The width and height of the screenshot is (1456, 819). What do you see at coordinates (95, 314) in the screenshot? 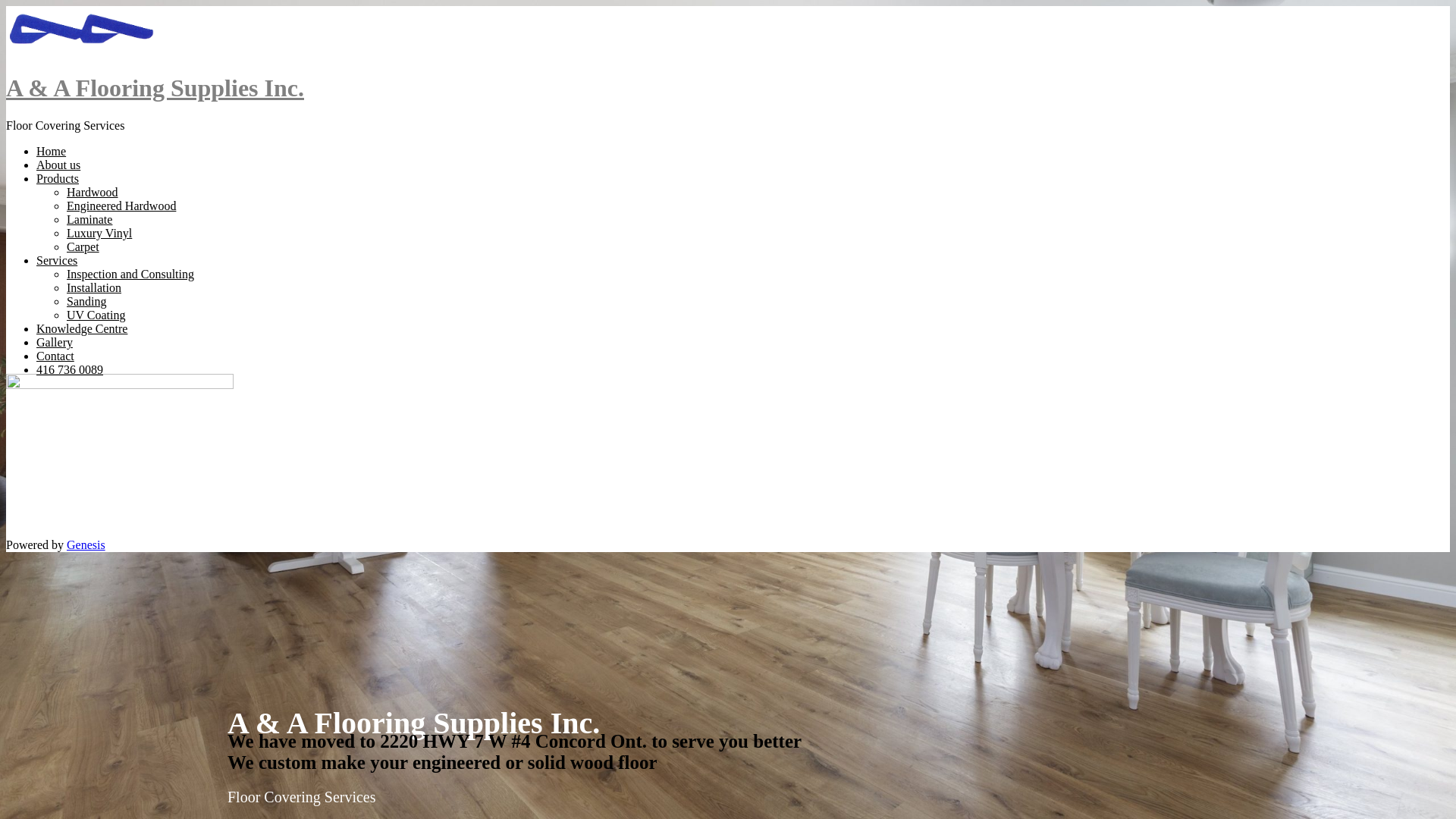
I see `'UV Coating'` at bounding box center [95, 314].